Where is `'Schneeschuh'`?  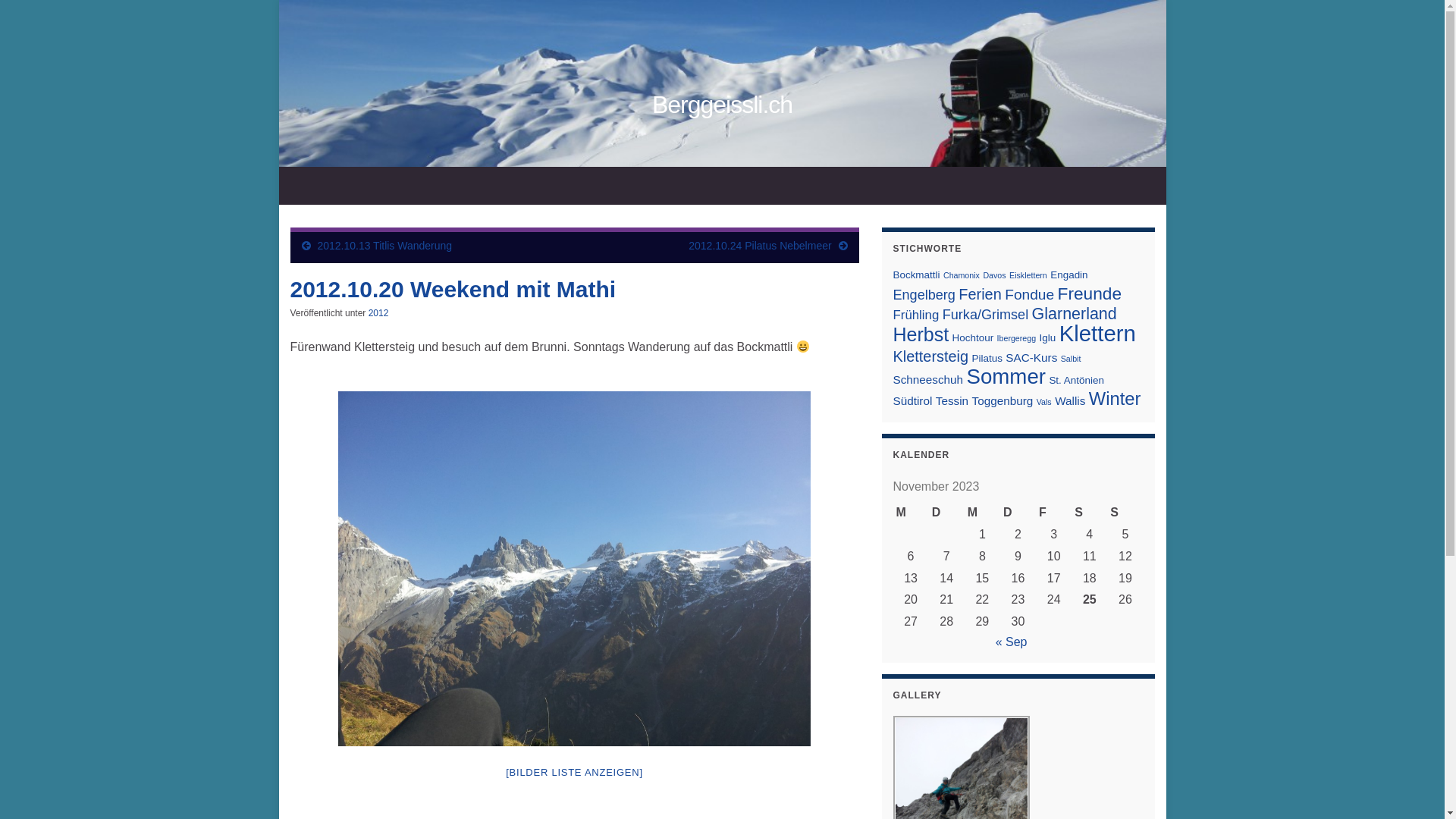
'Schneeschuh' is located at coordinates (927, 378).